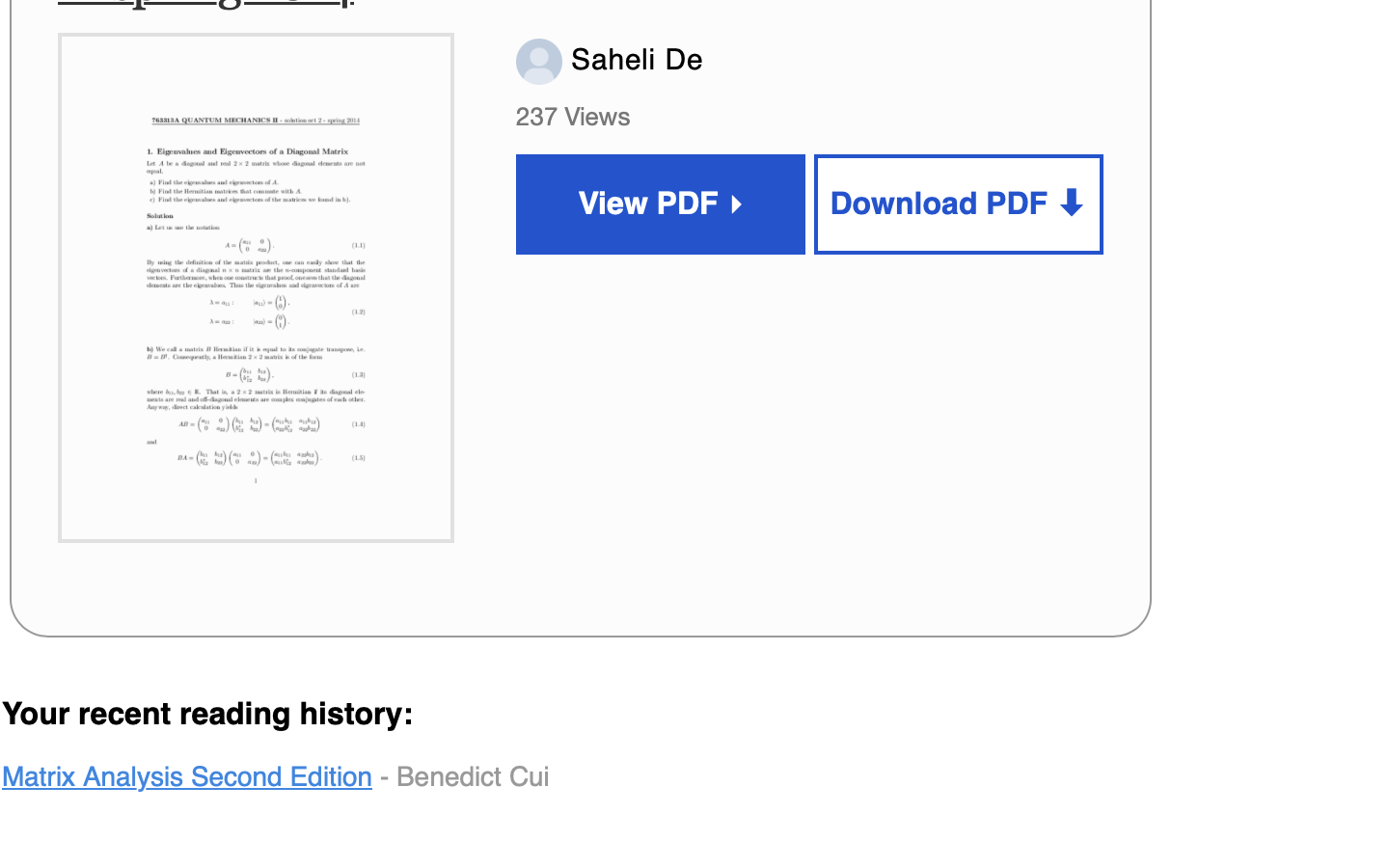  Describe the element at coordinates (661, 204) in the screenshot. I see `'View PDF ▸'` at that location.